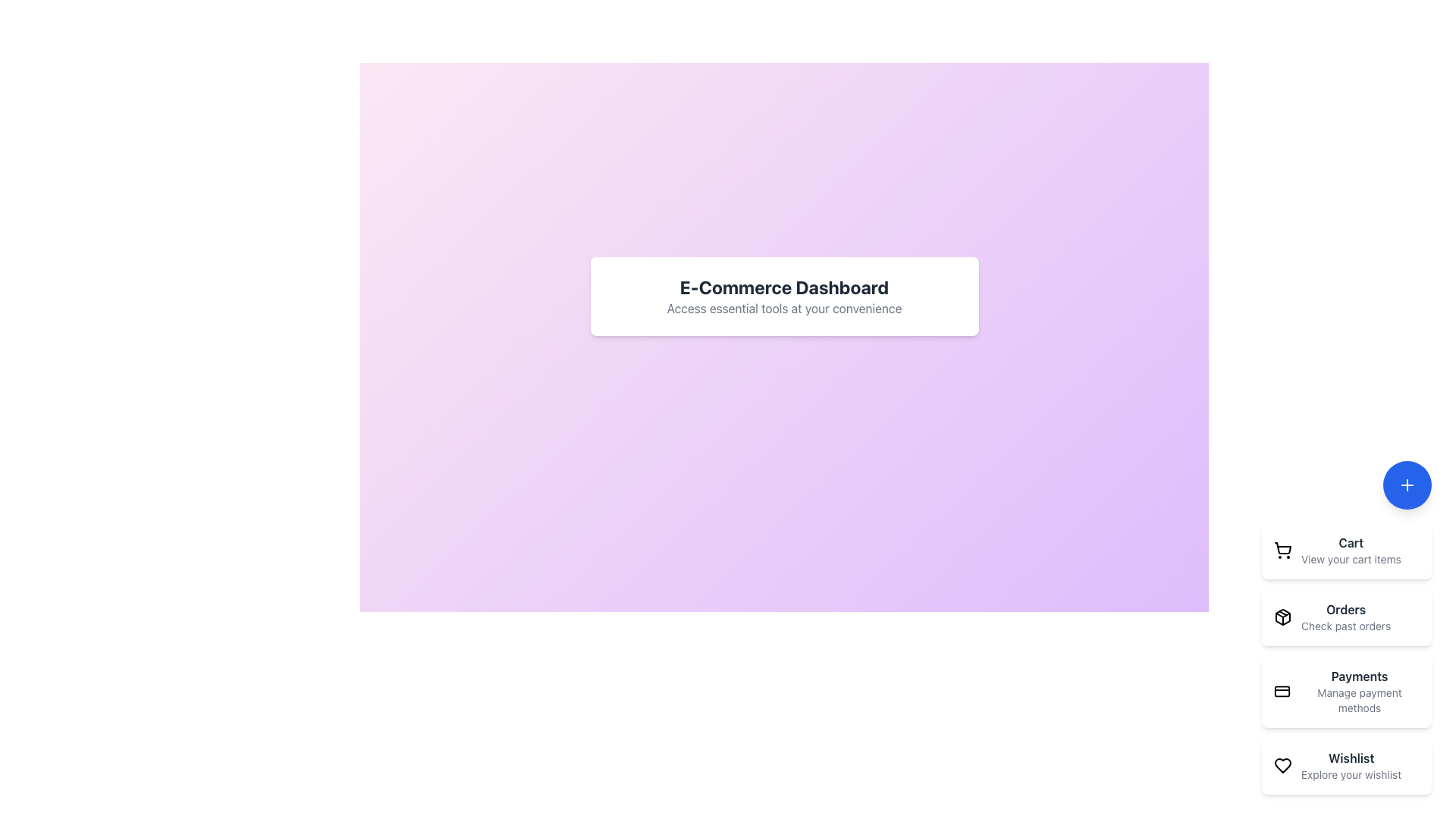 The width and height of the screenshot is (1456, 819). Describe the element at coordinates (1360, 675) in the screenshot. I see `the 'Payments' static text label, which is the header of a list item in the vertical navigation menu on the right side of the interface` at that location.